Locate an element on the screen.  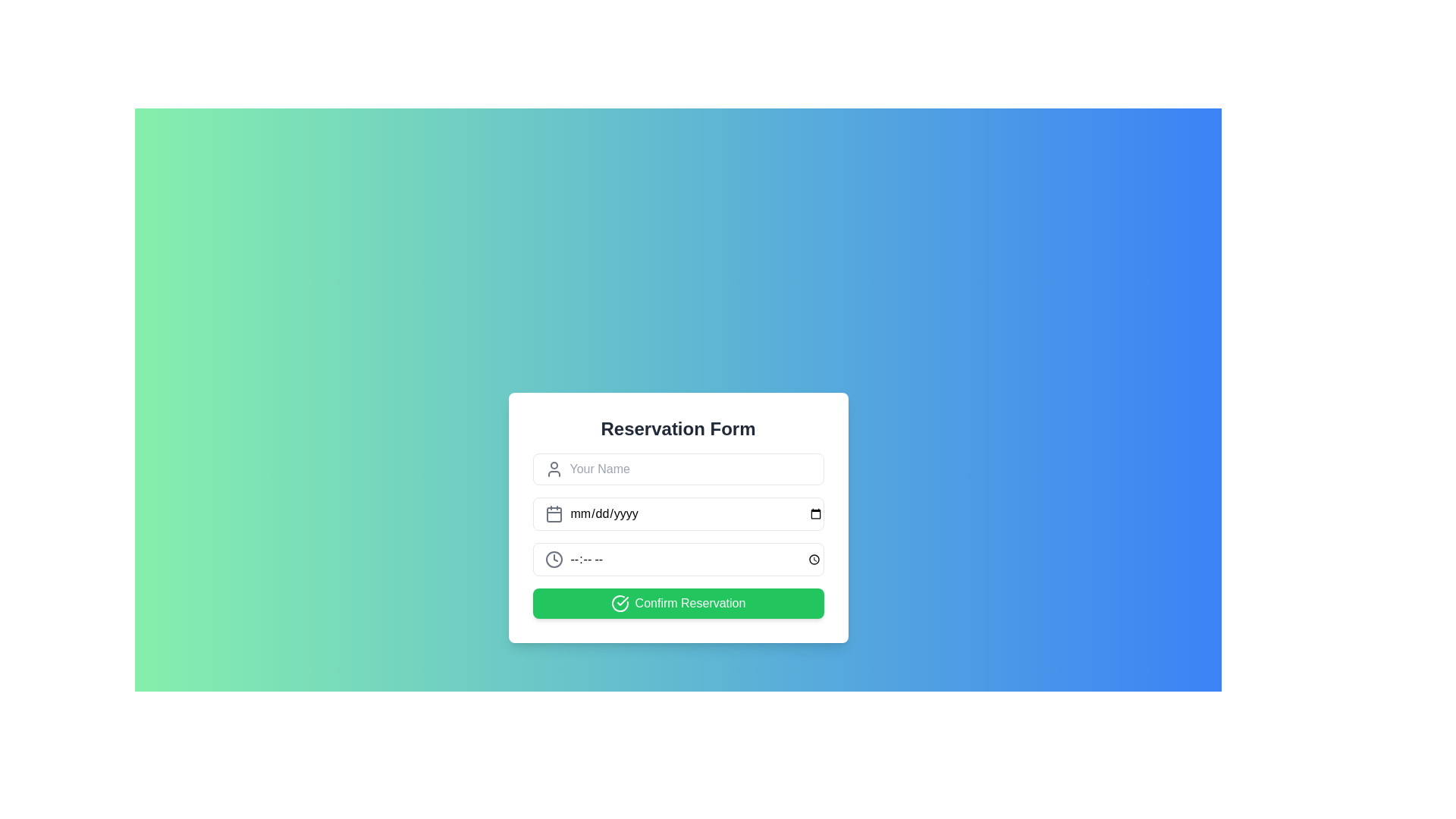
the submission button located at the bottom-center of the form to confirm the reservation is located at coordinates (677, 602).